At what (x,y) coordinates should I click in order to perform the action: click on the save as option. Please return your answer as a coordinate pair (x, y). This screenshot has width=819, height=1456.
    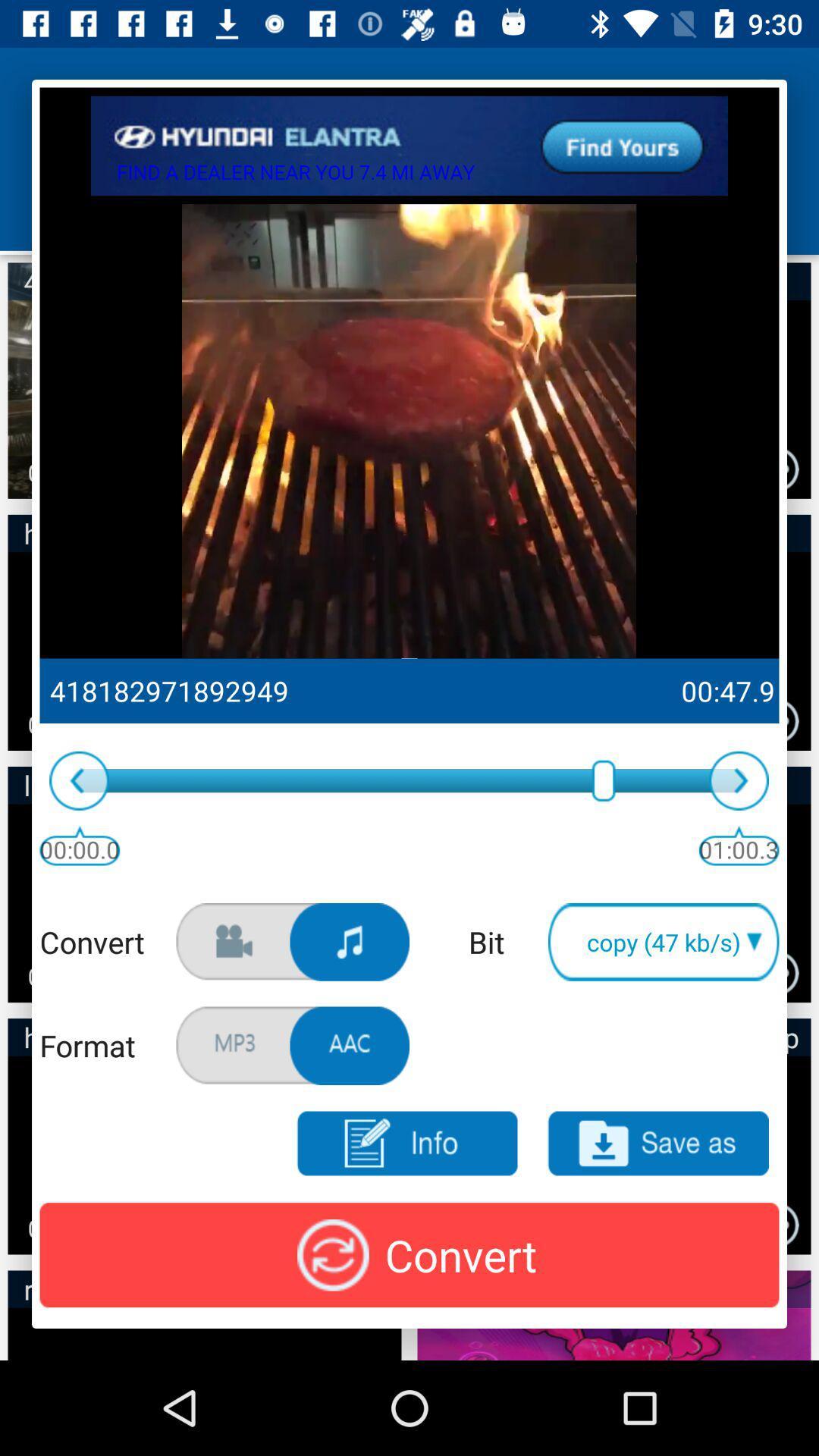
    Looking at the image, I should click on (657, 1144).